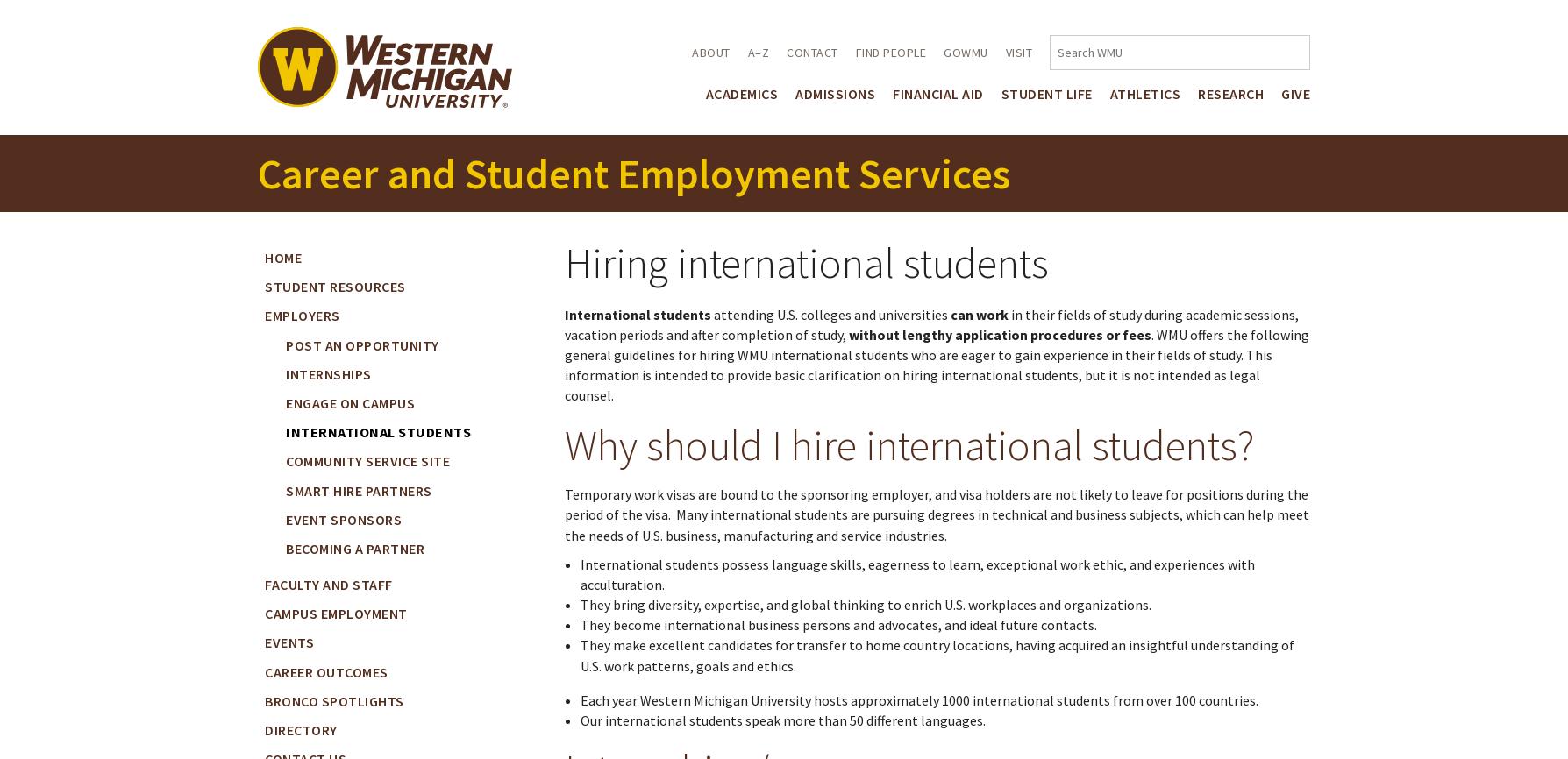 The height and width of the screenshot is (759, 1568). What do you see at coordinates (367, 461) in the screenshot?
I see `'Community Service Site'` at bounding box center [367, 461].